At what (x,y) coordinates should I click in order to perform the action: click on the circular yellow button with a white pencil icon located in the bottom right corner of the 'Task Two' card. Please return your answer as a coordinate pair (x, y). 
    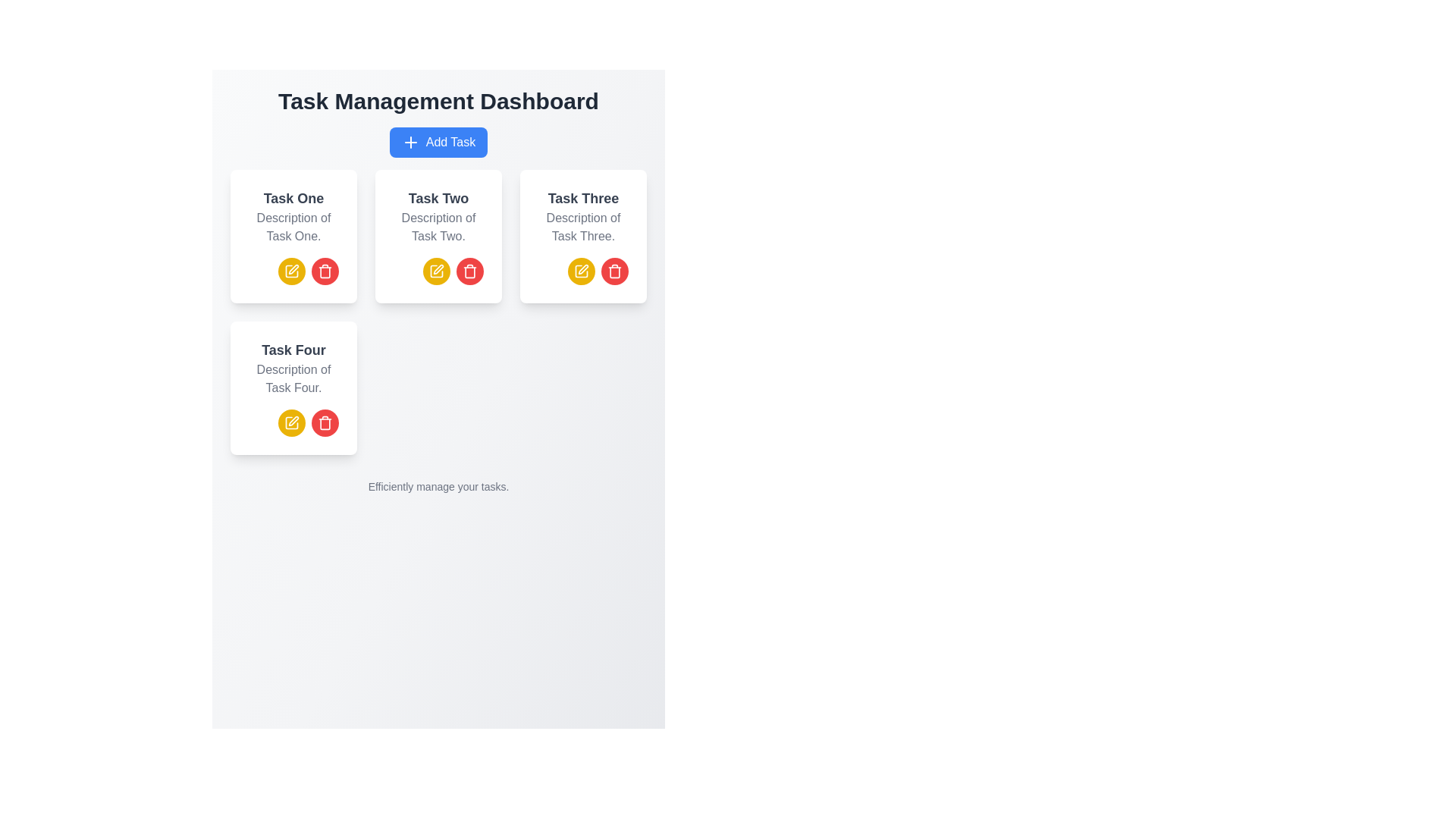
    Looking at the image, I should click on (438, 271).